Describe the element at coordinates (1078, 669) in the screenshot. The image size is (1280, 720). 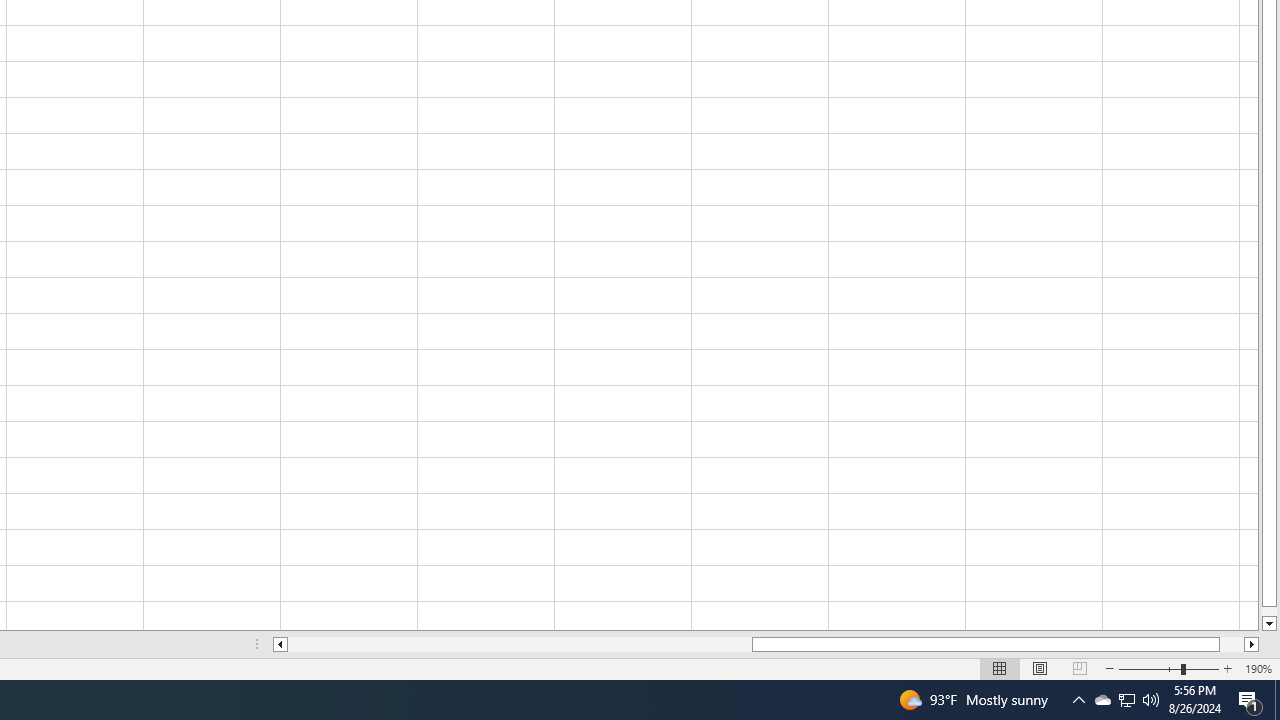
I see `'Page Break Preview'` at that location.